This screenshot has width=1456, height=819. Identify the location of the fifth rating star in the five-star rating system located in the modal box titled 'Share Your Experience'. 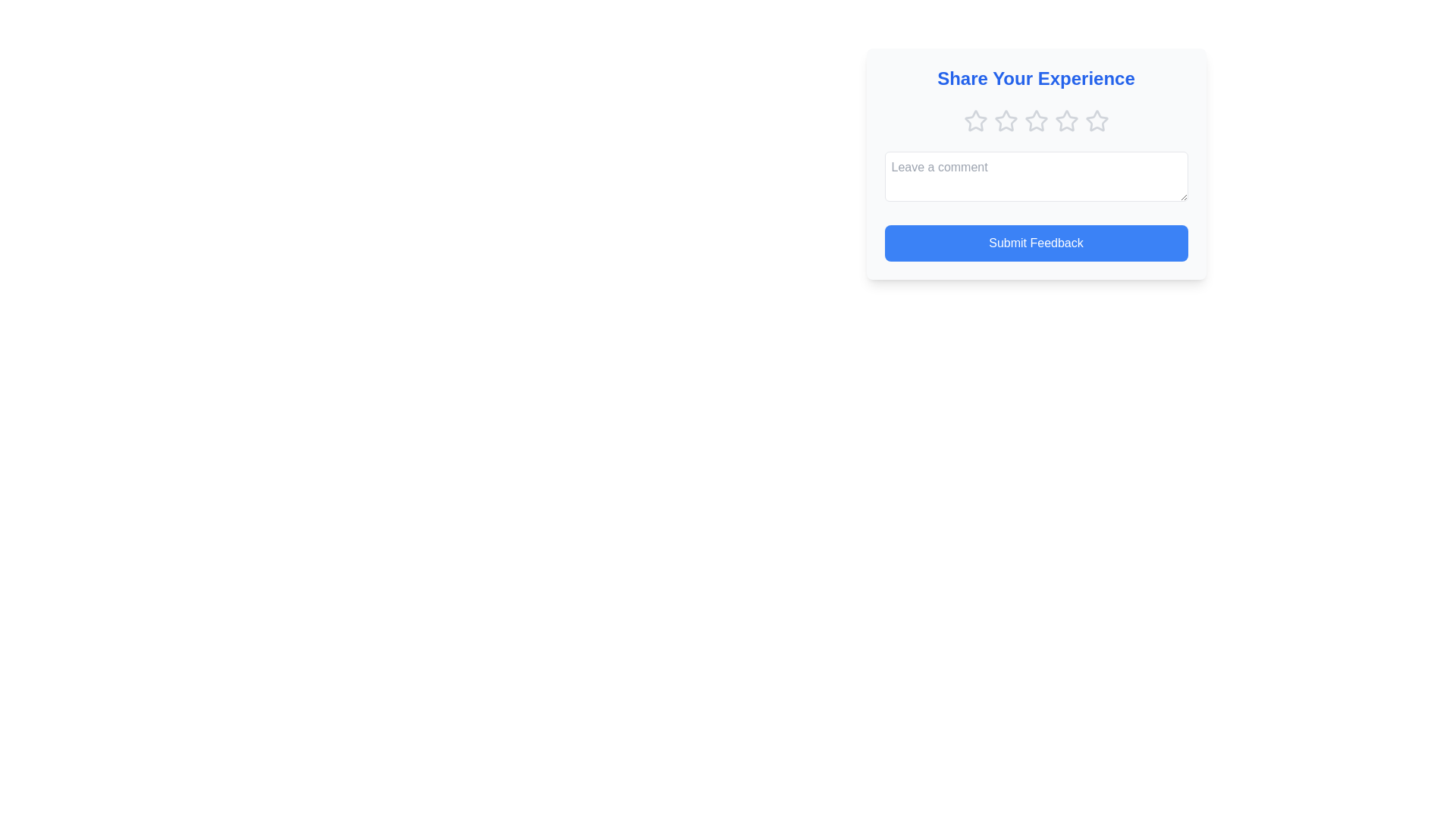
(1097, 120).